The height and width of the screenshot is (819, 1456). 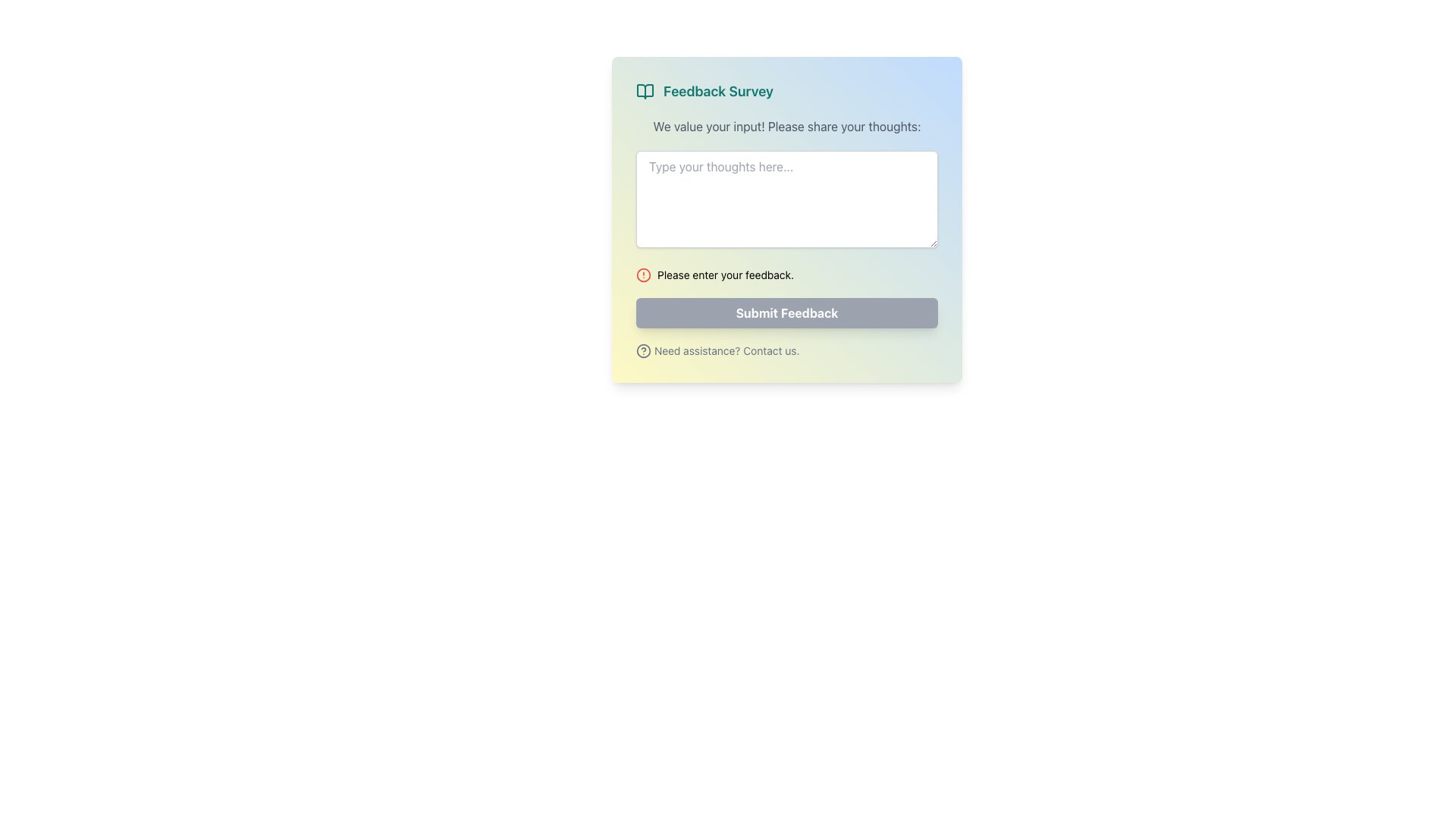 I want to click on the static text label that reads 'We value your input! Please share your thoughts:' located below the title 'Feedback Survey' in the feedback form interface, so click(x=786, y=125).